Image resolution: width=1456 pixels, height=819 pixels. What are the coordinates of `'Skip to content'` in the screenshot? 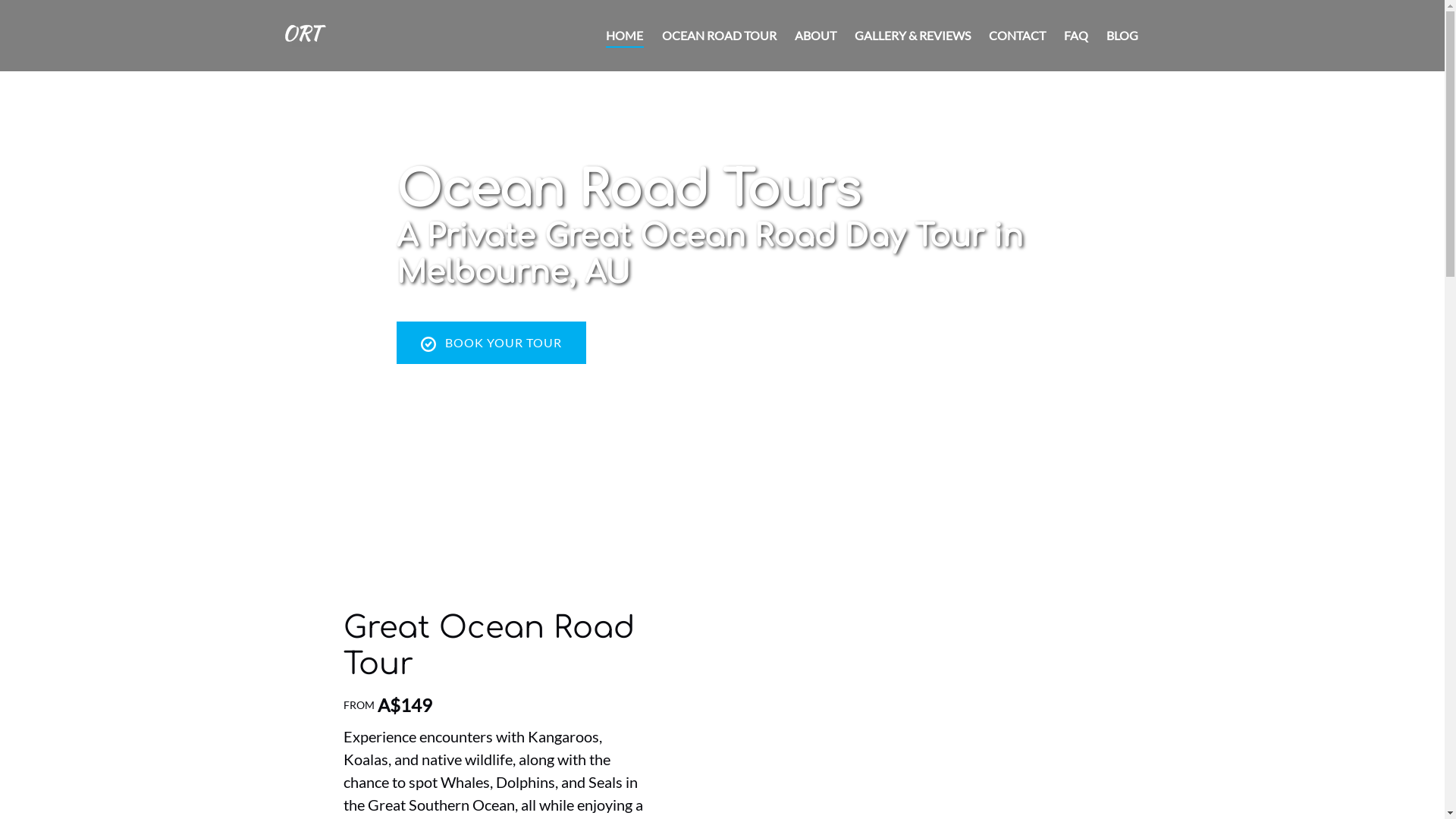 It's located at (47, 17).